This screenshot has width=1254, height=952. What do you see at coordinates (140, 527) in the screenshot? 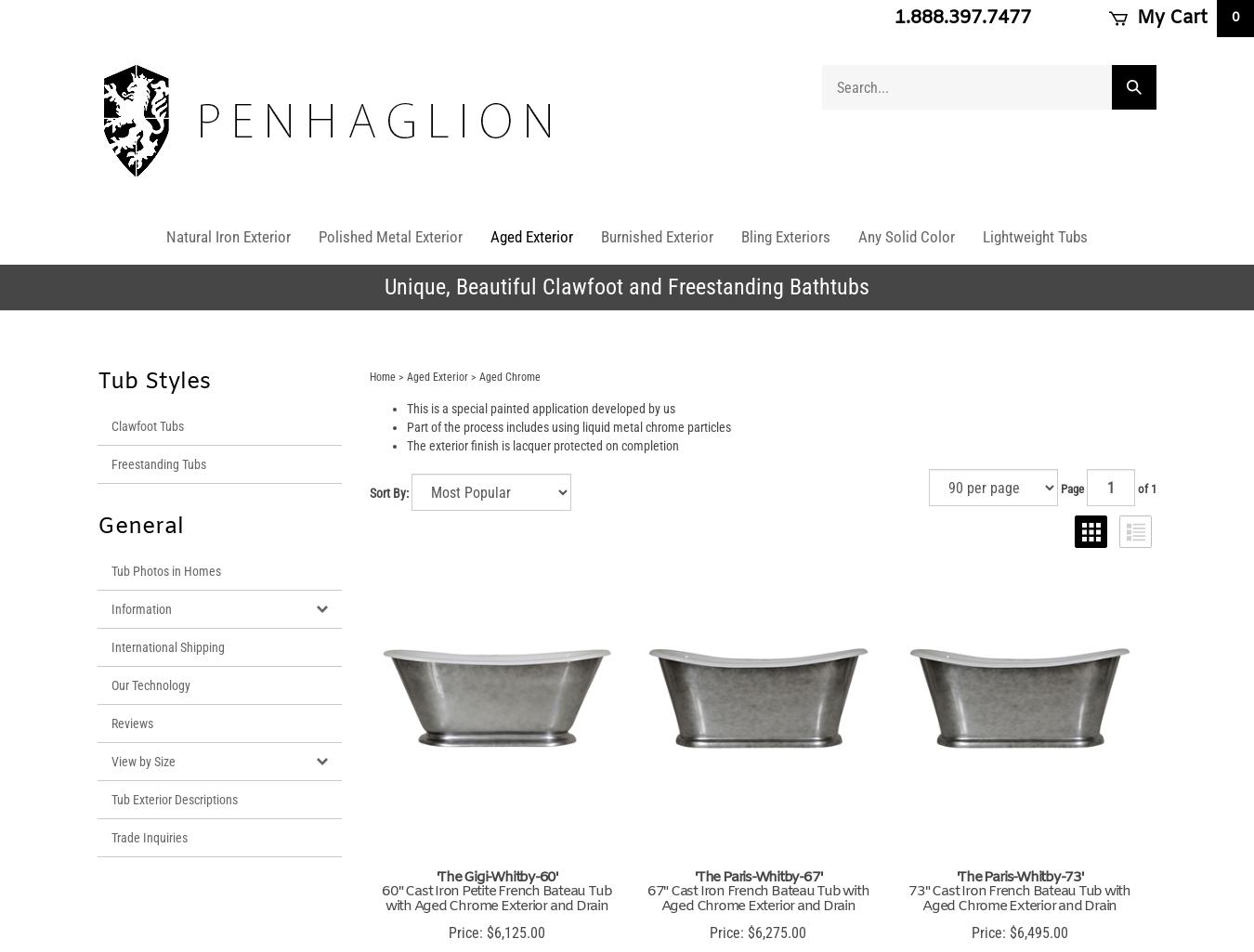
I see `'General'` at bounding box center [140, 527].